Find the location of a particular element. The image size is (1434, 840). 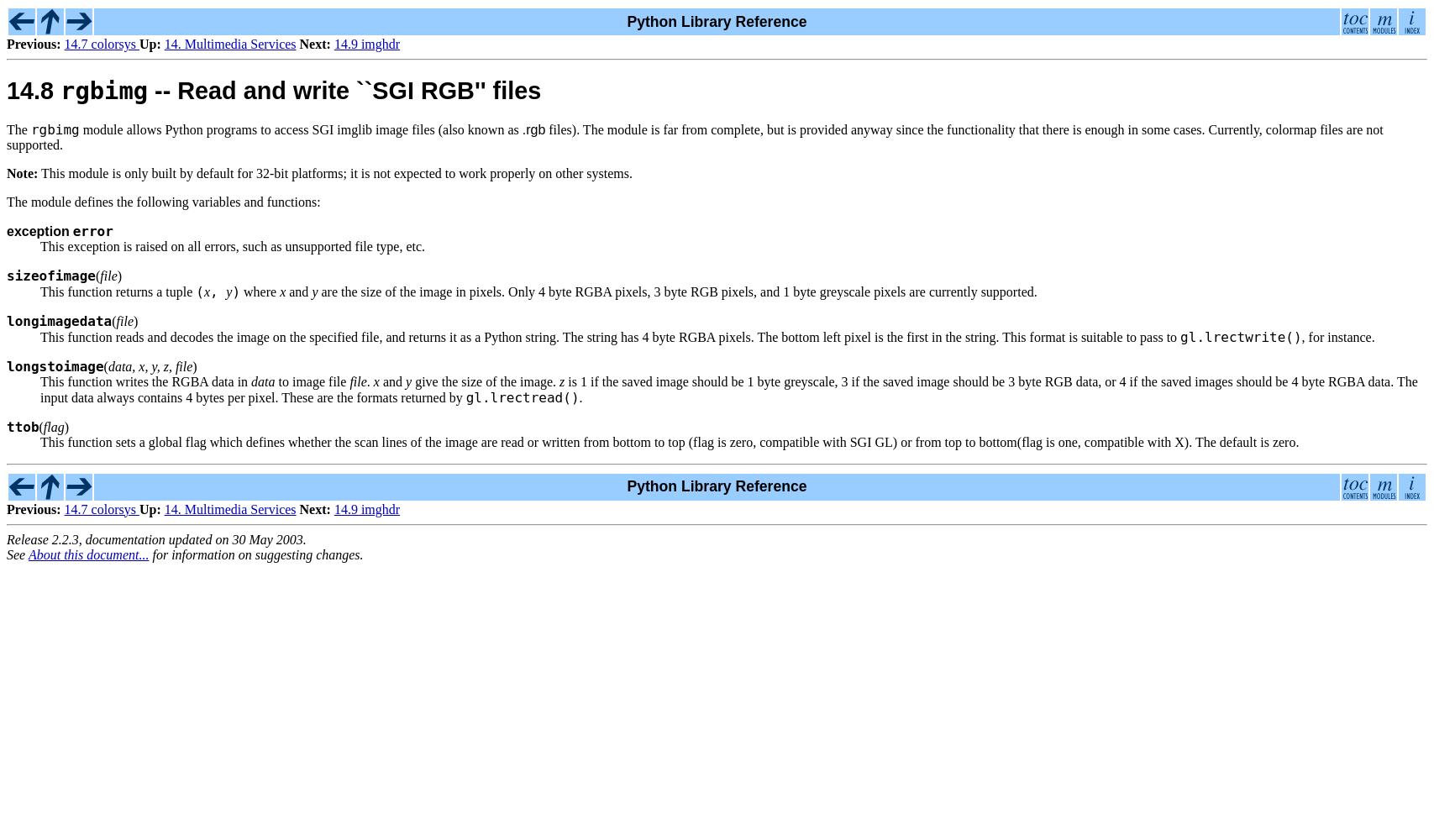

'This exception is raised on all errors, such as unsupported file type, etc.' is located at coordinates (233, 245).